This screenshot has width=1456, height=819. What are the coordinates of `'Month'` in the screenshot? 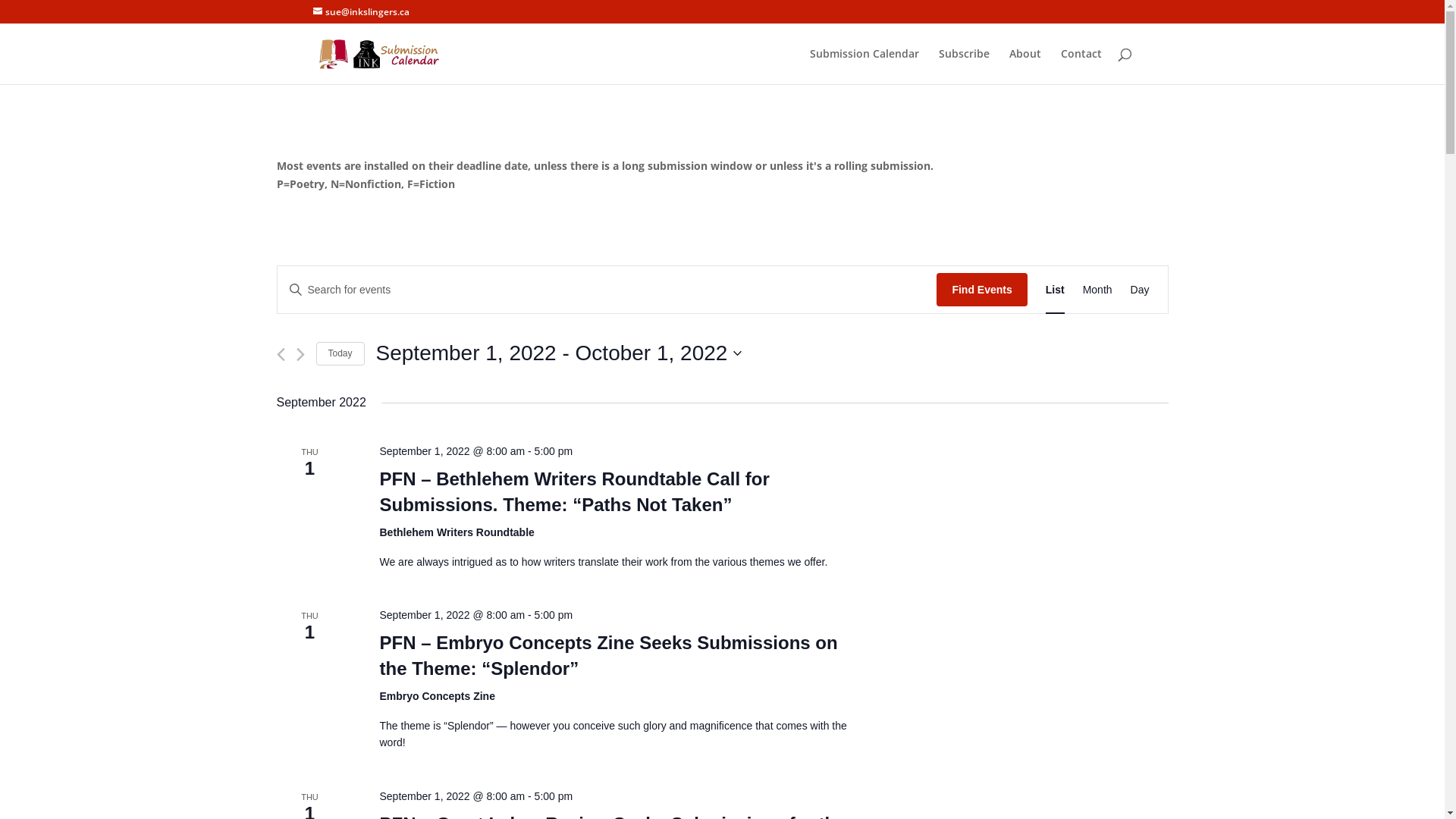 It's located at (1097, 290).